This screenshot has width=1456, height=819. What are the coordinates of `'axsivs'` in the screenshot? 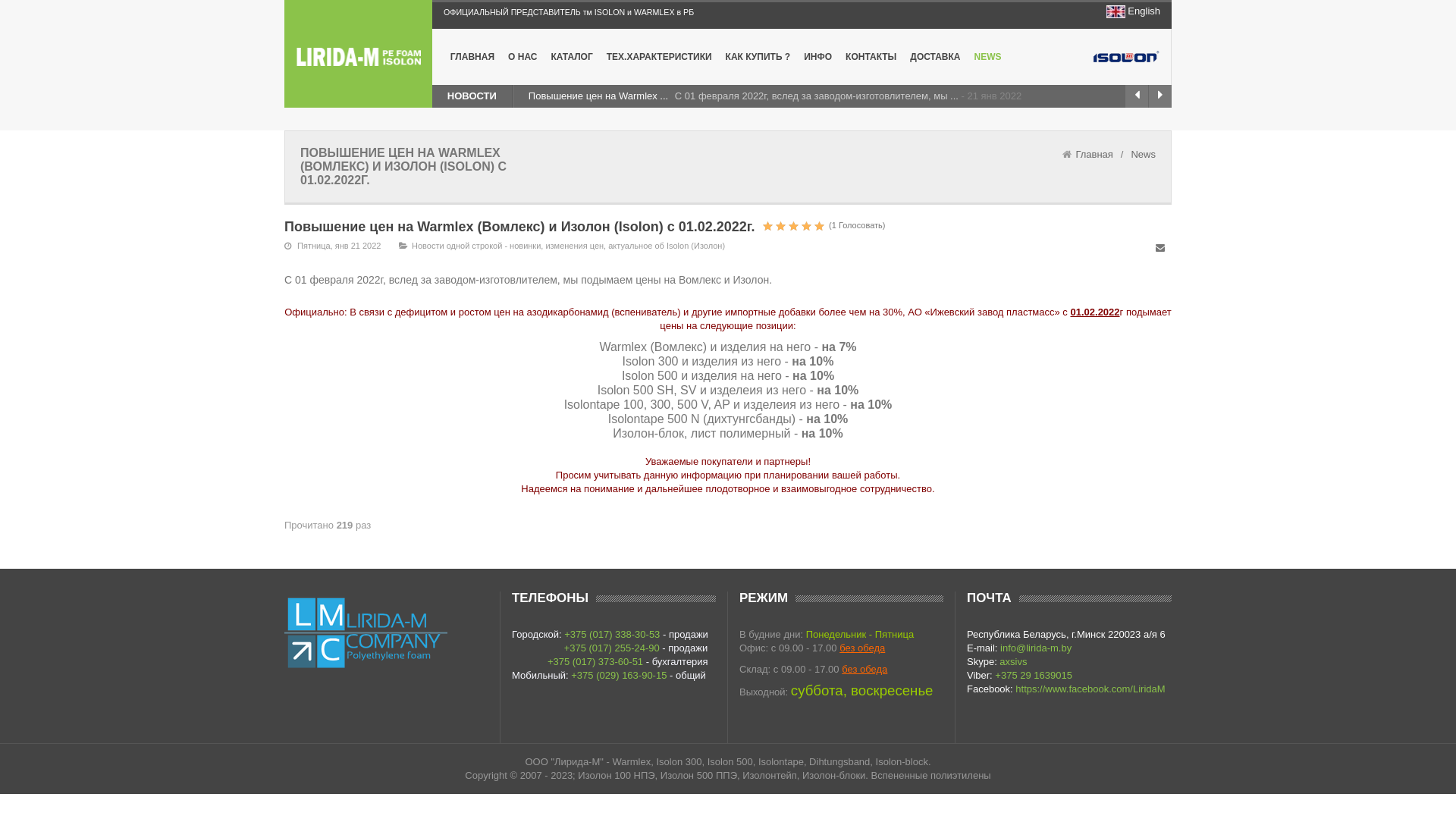 It's located at (1012, 661).